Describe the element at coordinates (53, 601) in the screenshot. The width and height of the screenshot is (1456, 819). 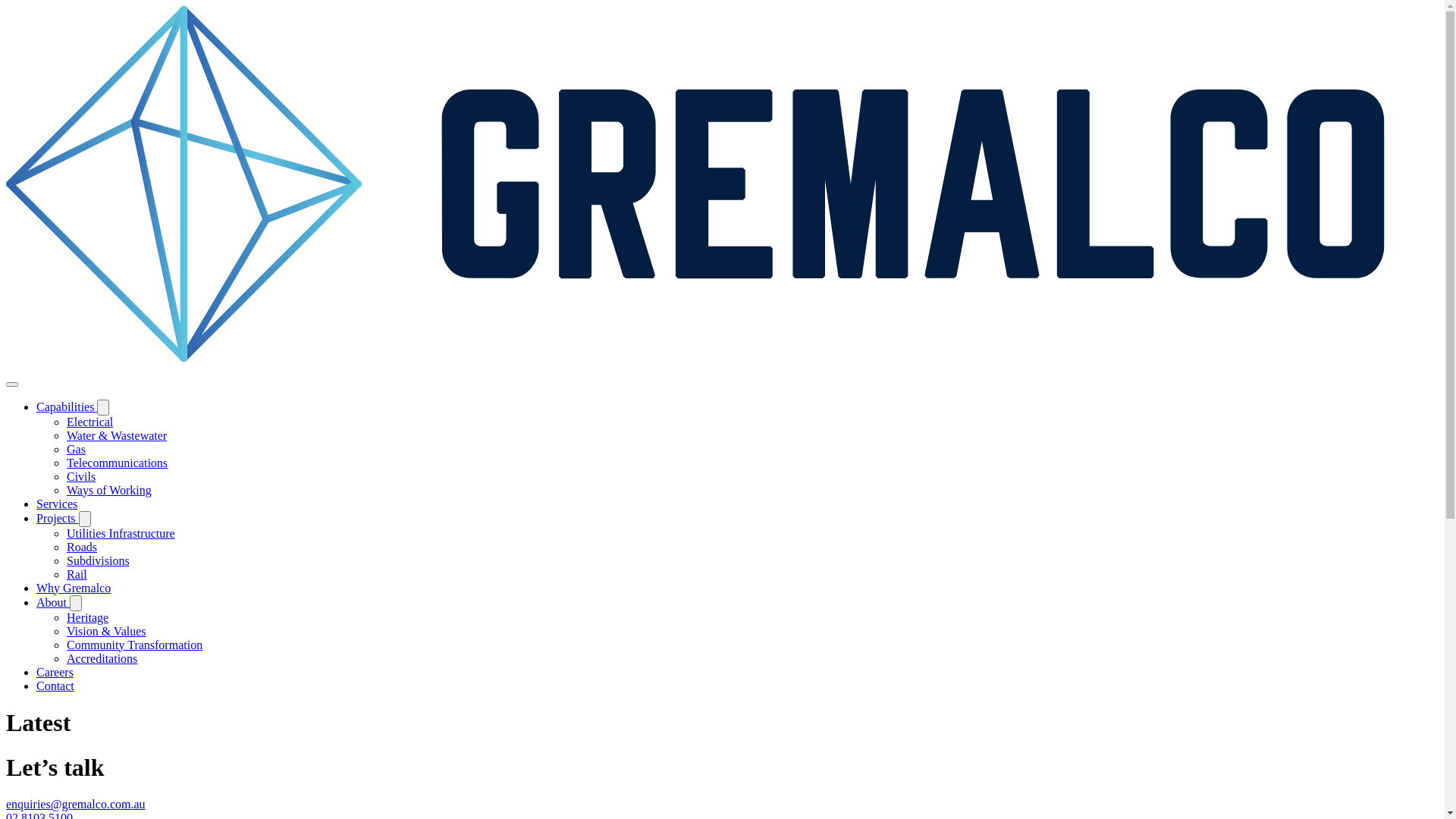
I see `'About'` at that location.